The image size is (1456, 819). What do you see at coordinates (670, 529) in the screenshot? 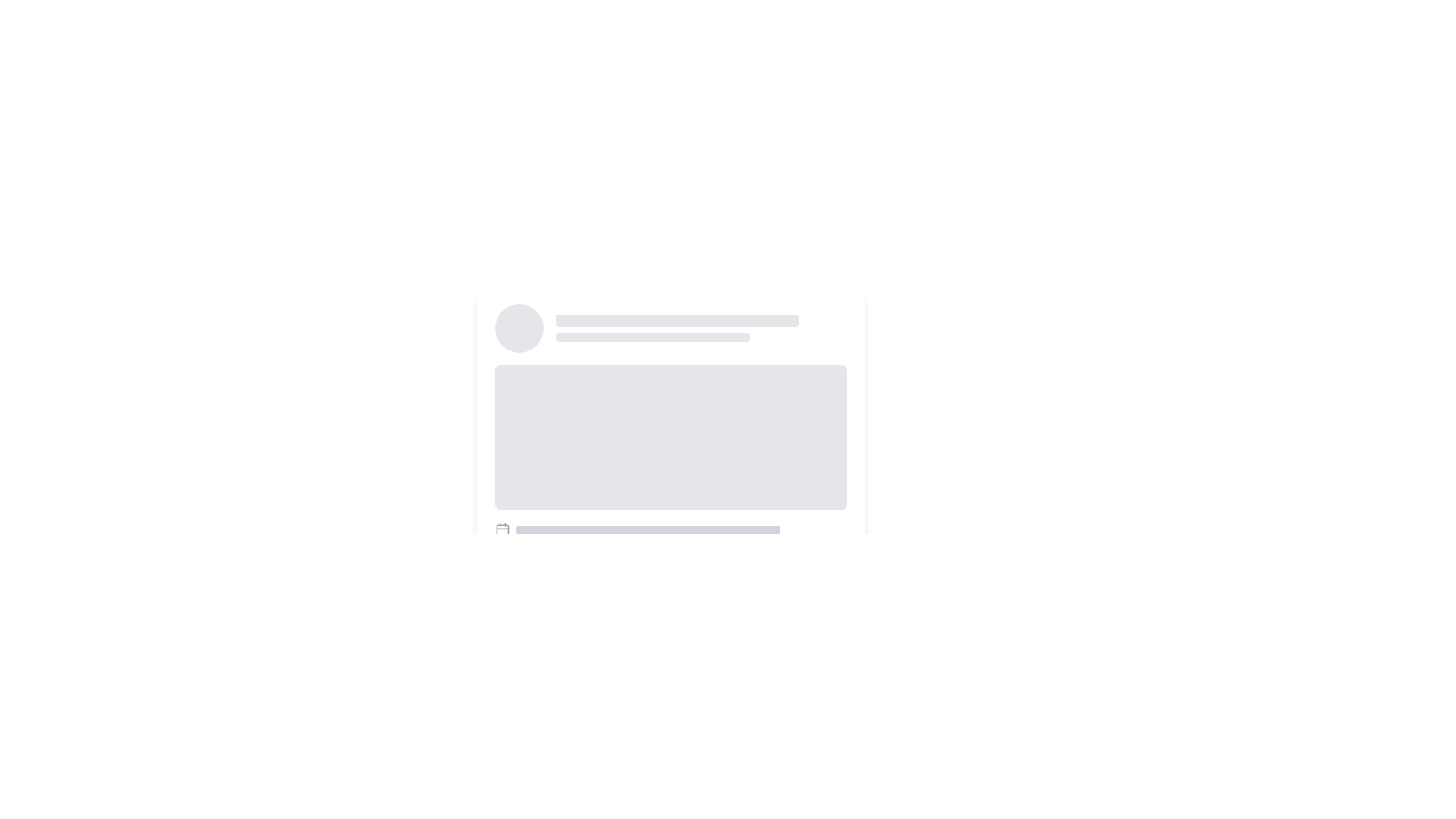
I see `the calendar icon in the Icon and progress placeholder component to receive more information about the scheduled time or date` at bounding box center [670, 529].